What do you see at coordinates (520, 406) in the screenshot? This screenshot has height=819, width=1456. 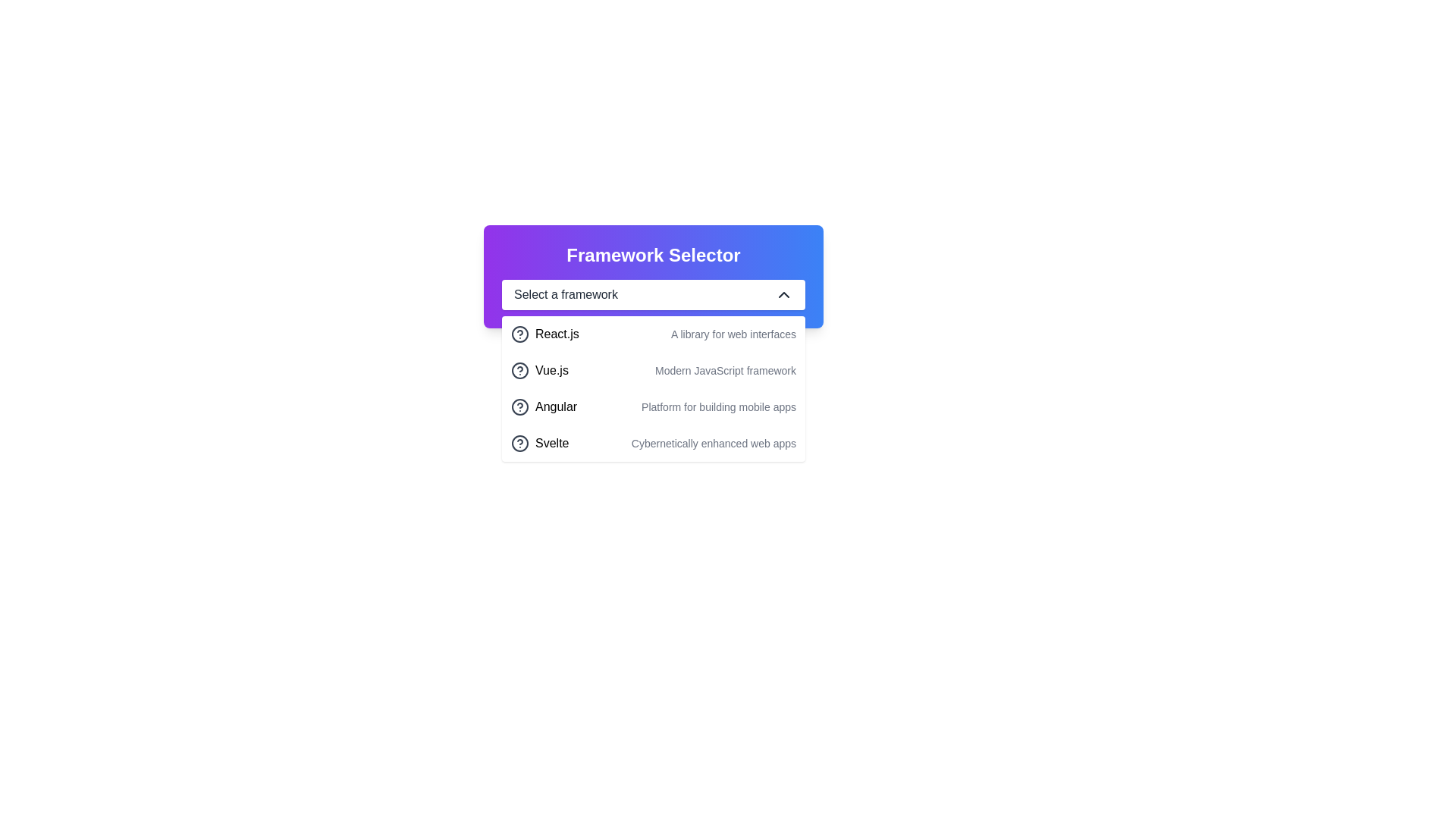 I see `the circular graphical component that is located inside the question mark icon to the left of the item labeled 'Angular' in the framework selection dropdown` at bounding box center [520, 406].